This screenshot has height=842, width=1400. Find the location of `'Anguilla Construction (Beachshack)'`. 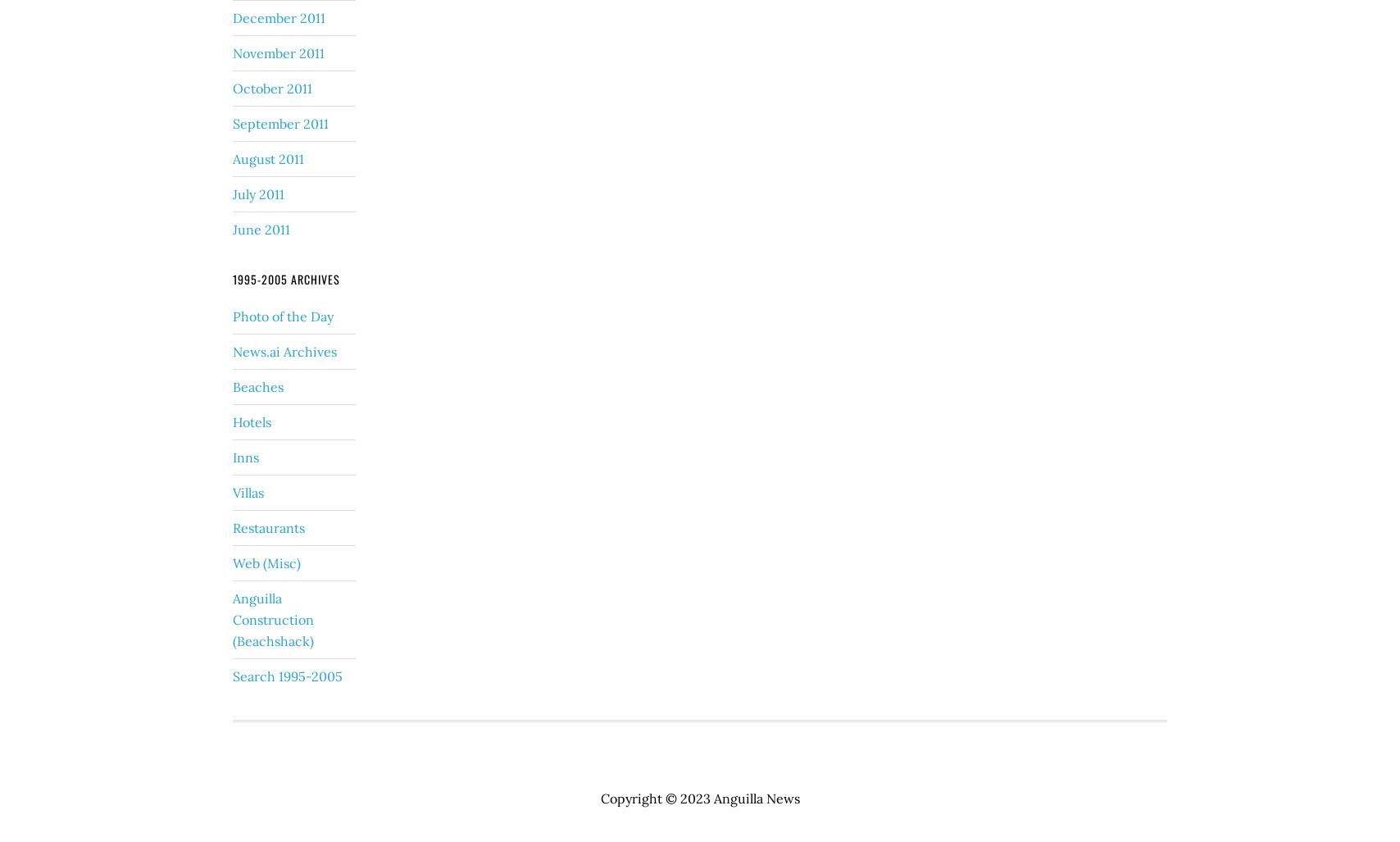

'Anguilla Construction (Beachshack)' is located at coordinates (273, 618).